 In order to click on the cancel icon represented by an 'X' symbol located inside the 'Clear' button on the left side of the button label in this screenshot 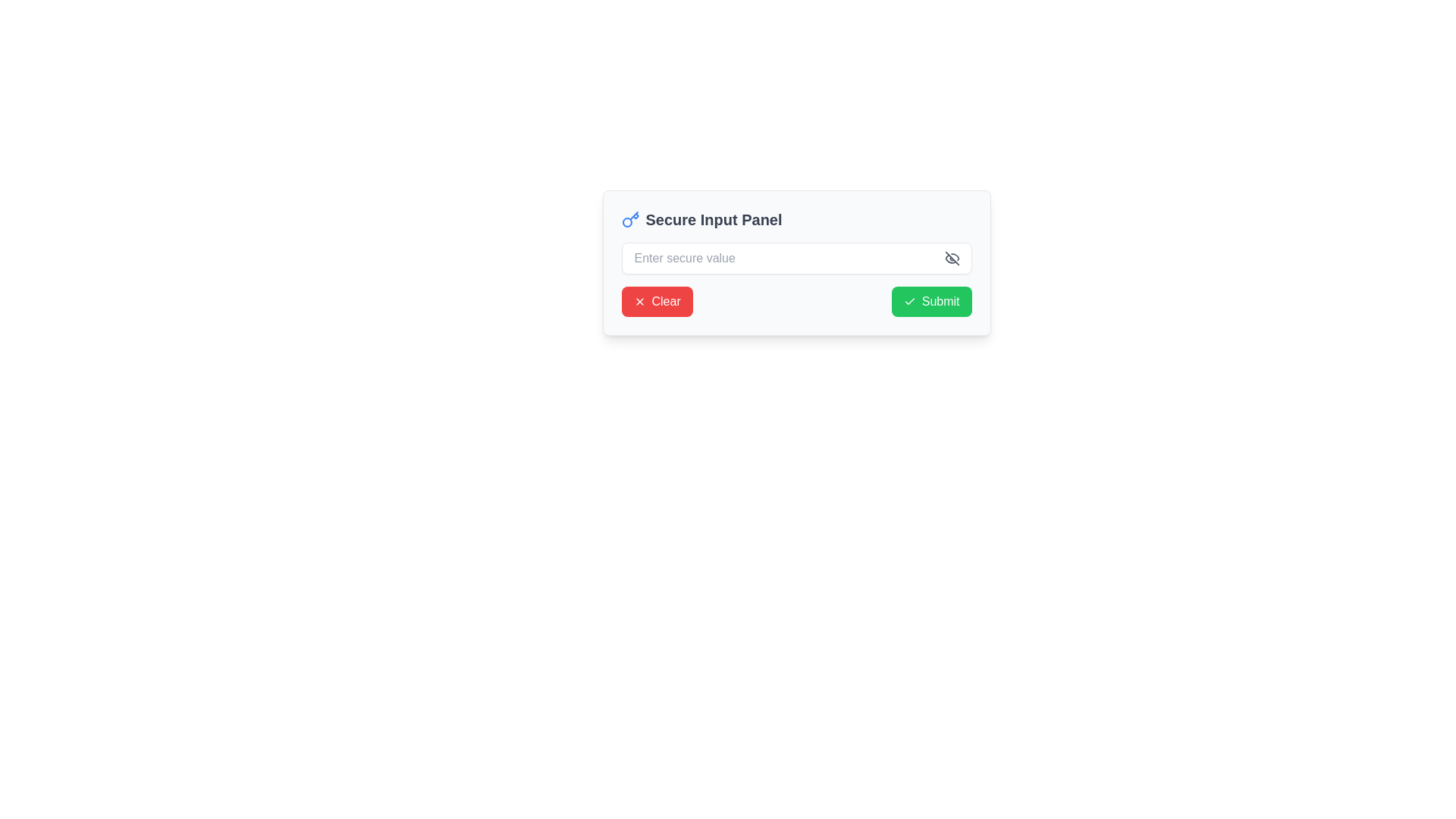, I will do `click(639, 301)`.